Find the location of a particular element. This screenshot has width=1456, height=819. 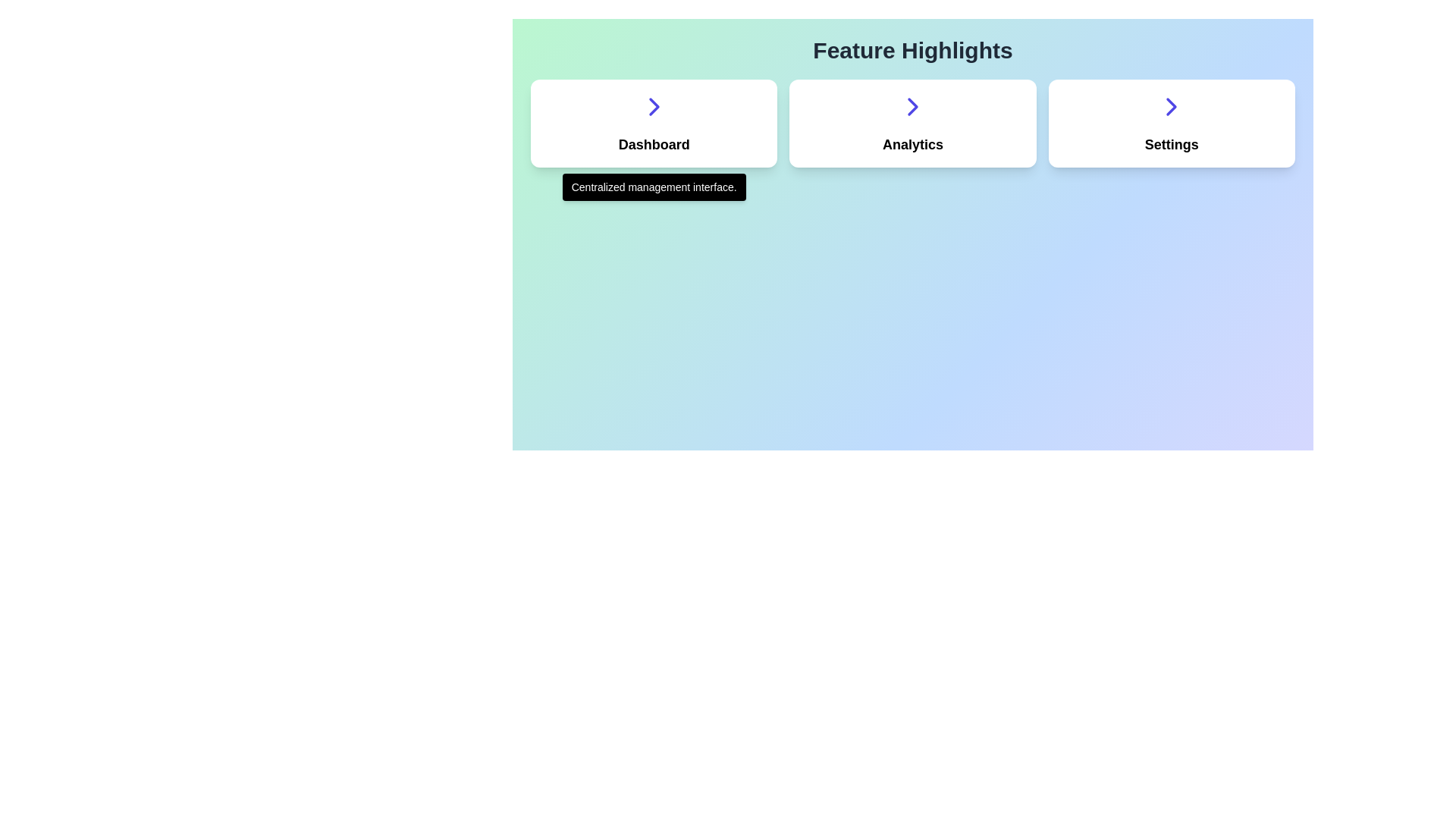

the navigation icon located at the center-top of the 'Analytics' card is located at coordinates (912, 106).